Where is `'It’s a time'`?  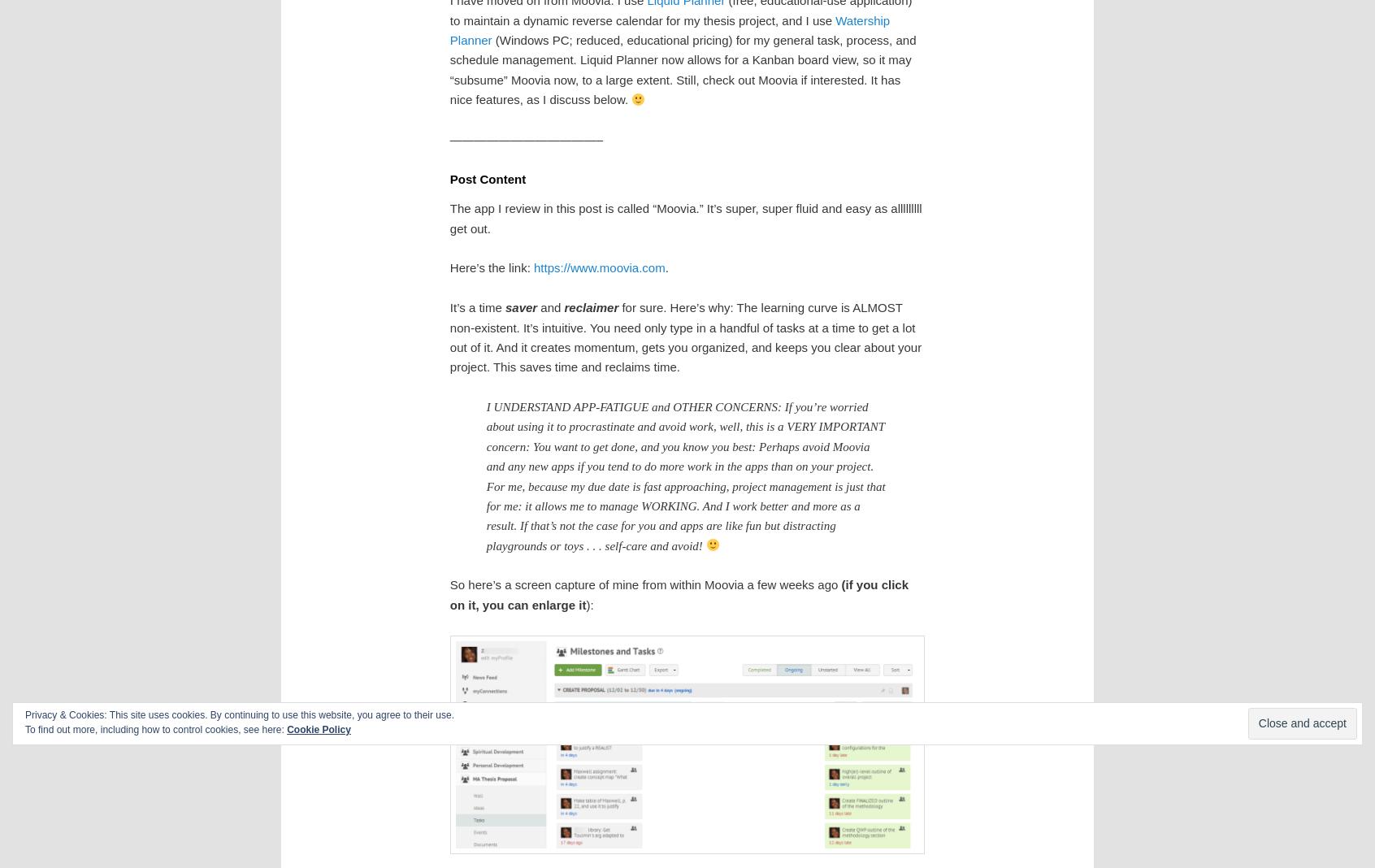 'It’s a time' is located at coordinates (474, 306).